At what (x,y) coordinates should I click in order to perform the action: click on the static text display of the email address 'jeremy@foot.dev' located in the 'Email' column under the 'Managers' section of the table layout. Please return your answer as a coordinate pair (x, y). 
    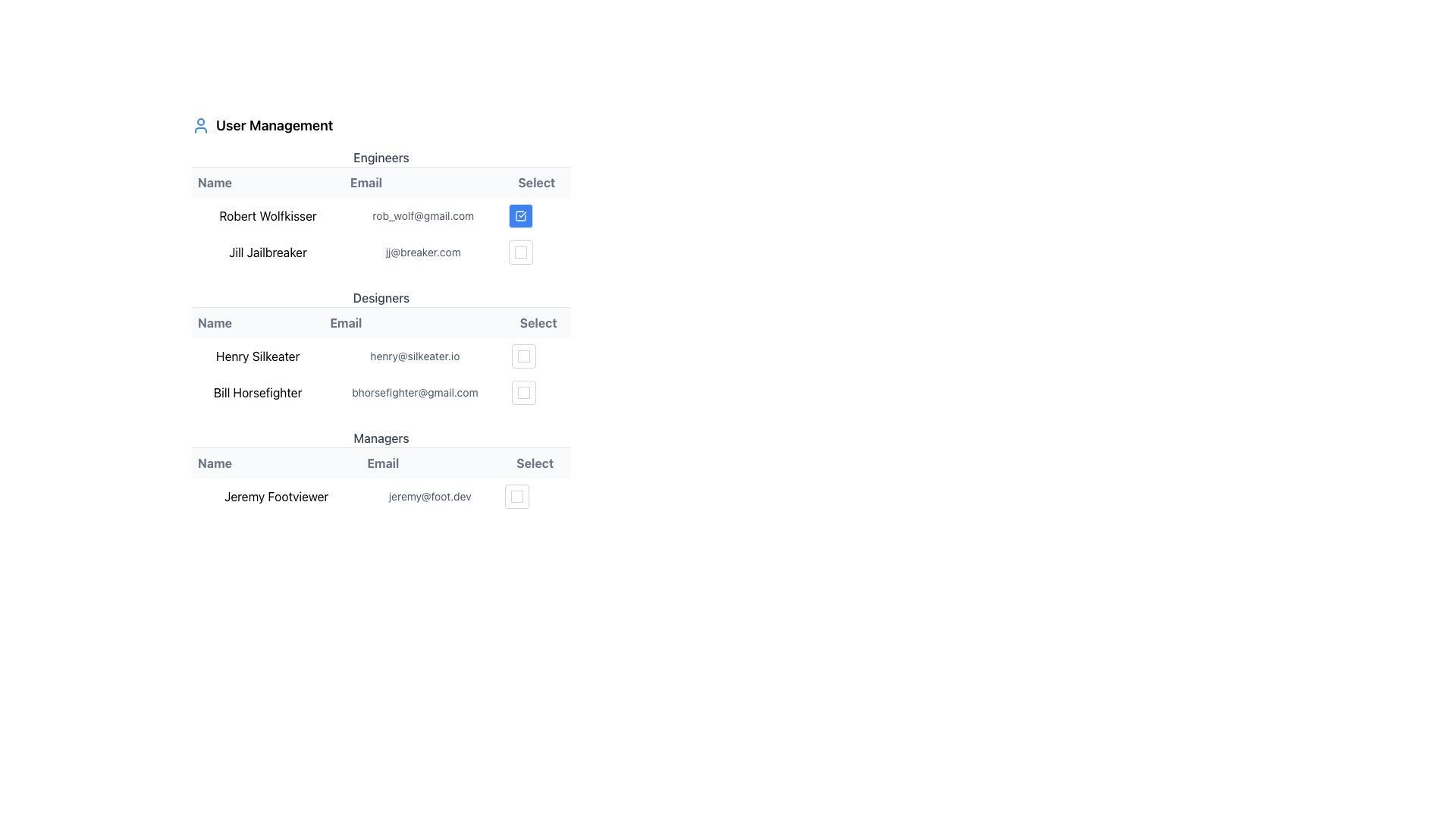
    Looking at the image, I should click on (429, 497).